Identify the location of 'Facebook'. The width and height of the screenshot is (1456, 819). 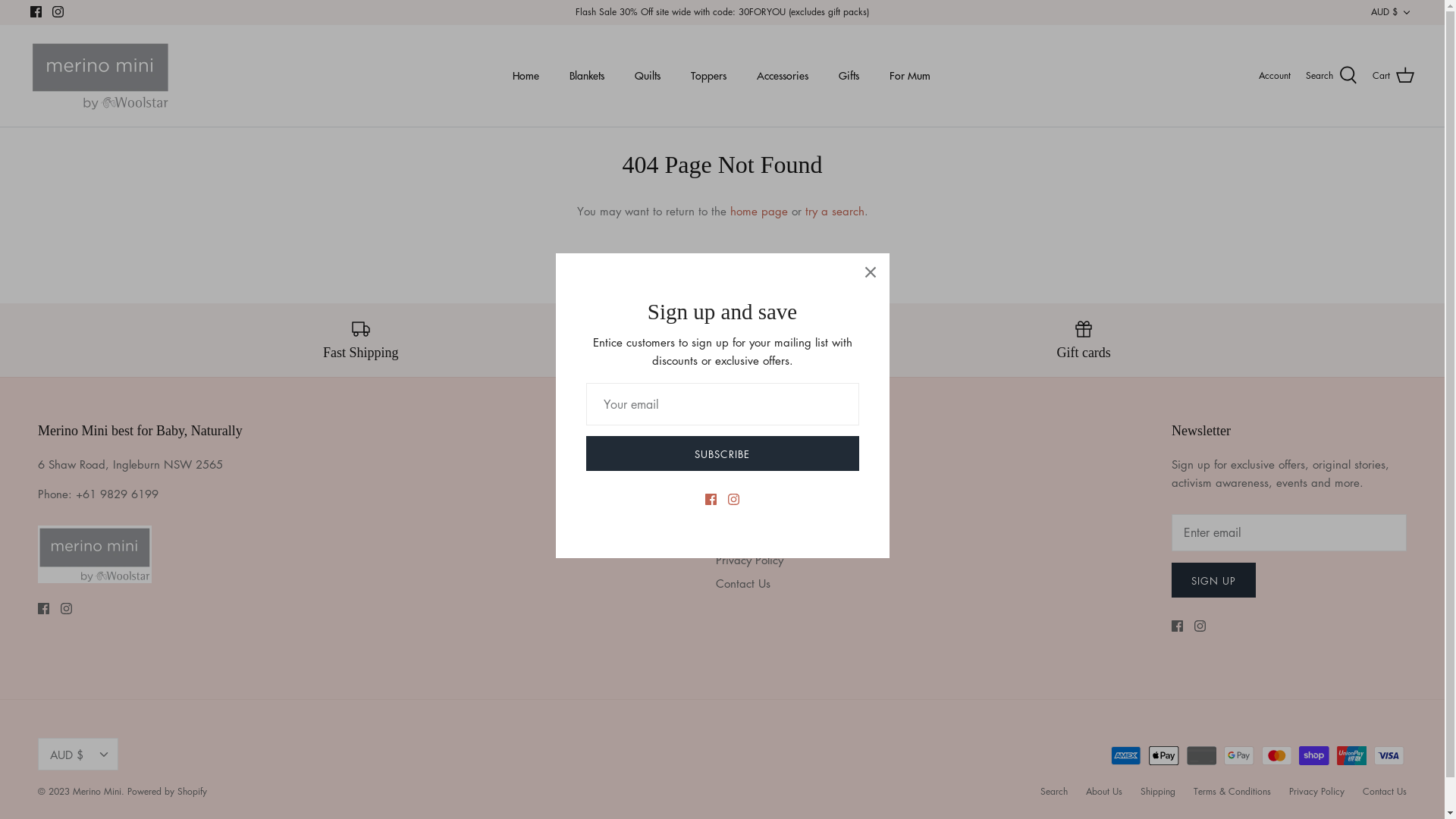
(43, 607).